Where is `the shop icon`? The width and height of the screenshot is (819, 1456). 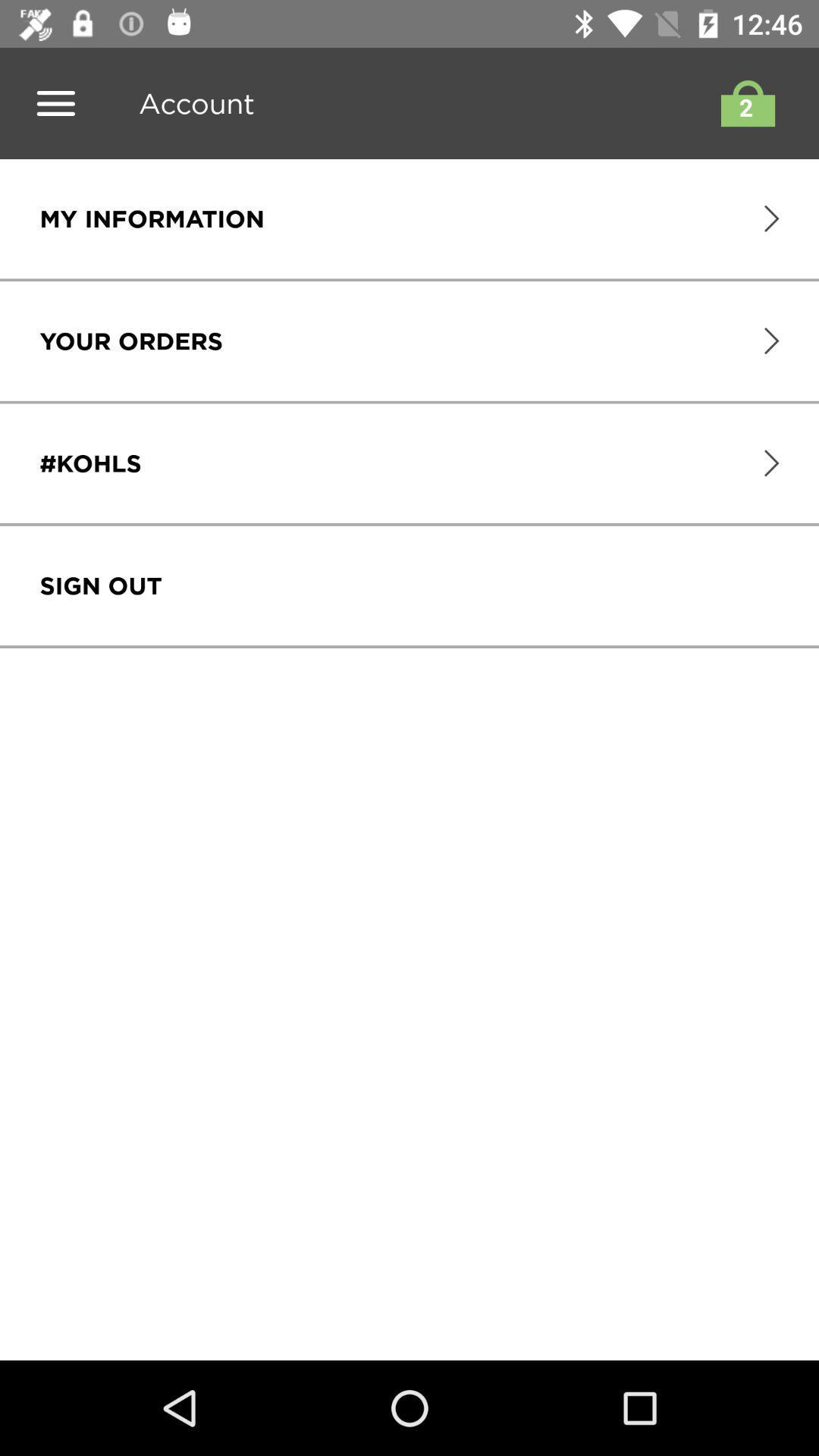 the shop icon is located at coordinates (743, 102).